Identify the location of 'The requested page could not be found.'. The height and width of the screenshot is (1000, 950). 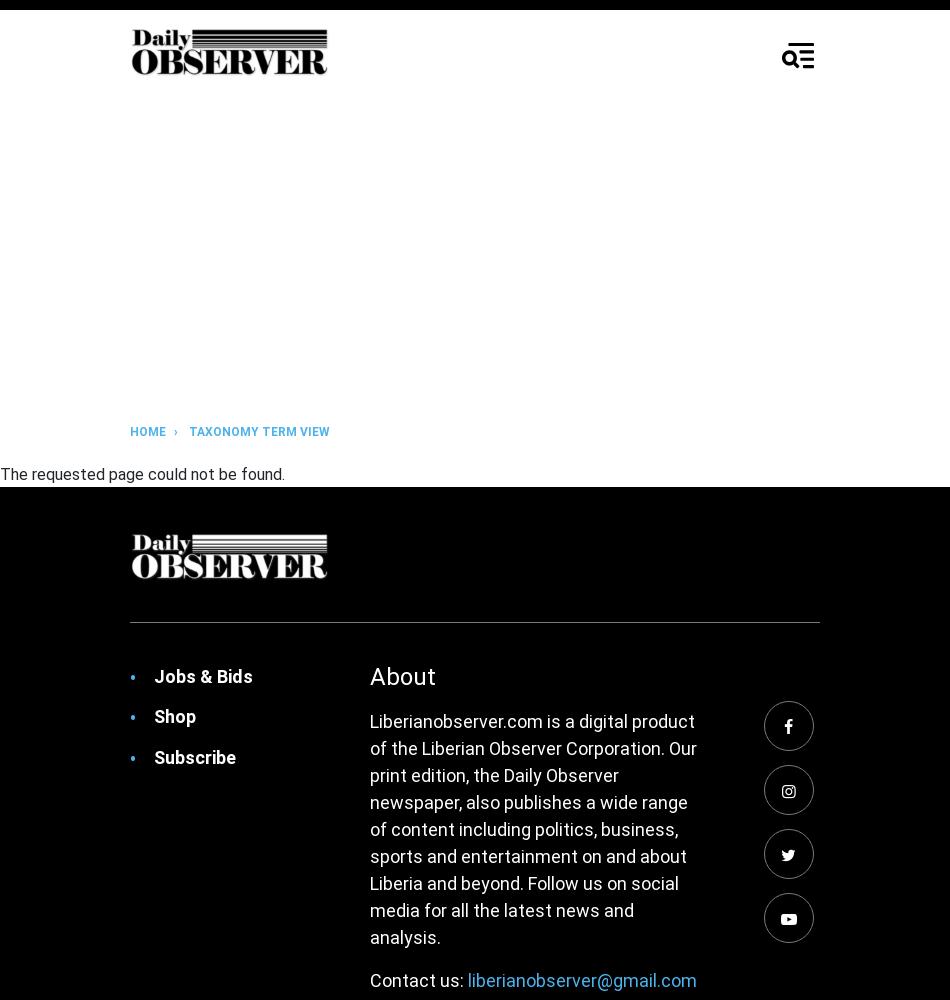
(142, 472).